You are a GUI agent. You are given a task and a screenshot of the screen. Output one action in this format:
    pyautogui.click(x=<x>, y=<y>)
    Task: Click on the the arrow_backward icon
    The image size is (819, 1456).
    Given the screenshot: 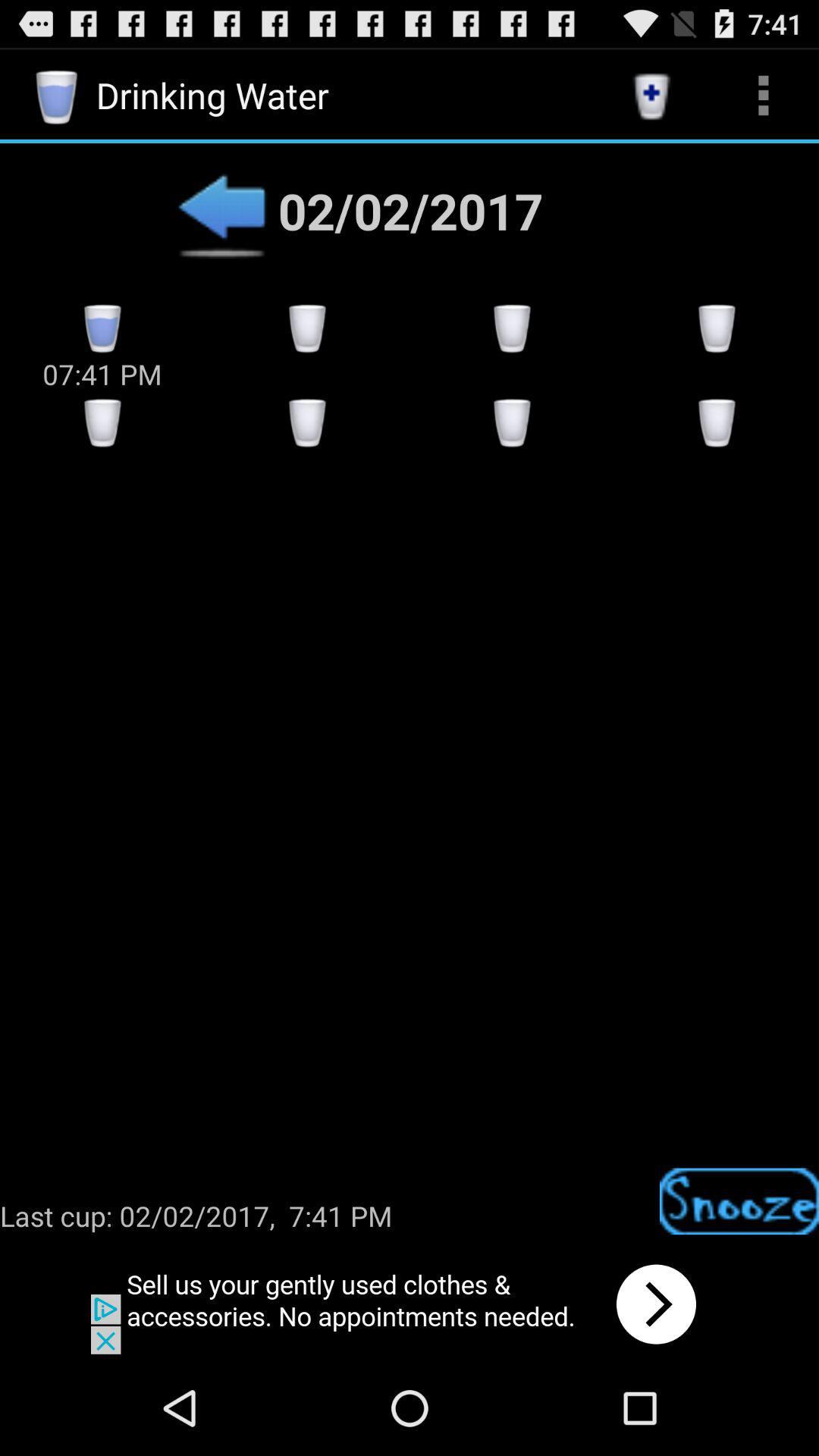 What is the action you would take?
    pyautogui.click(x=221, y=224)
    